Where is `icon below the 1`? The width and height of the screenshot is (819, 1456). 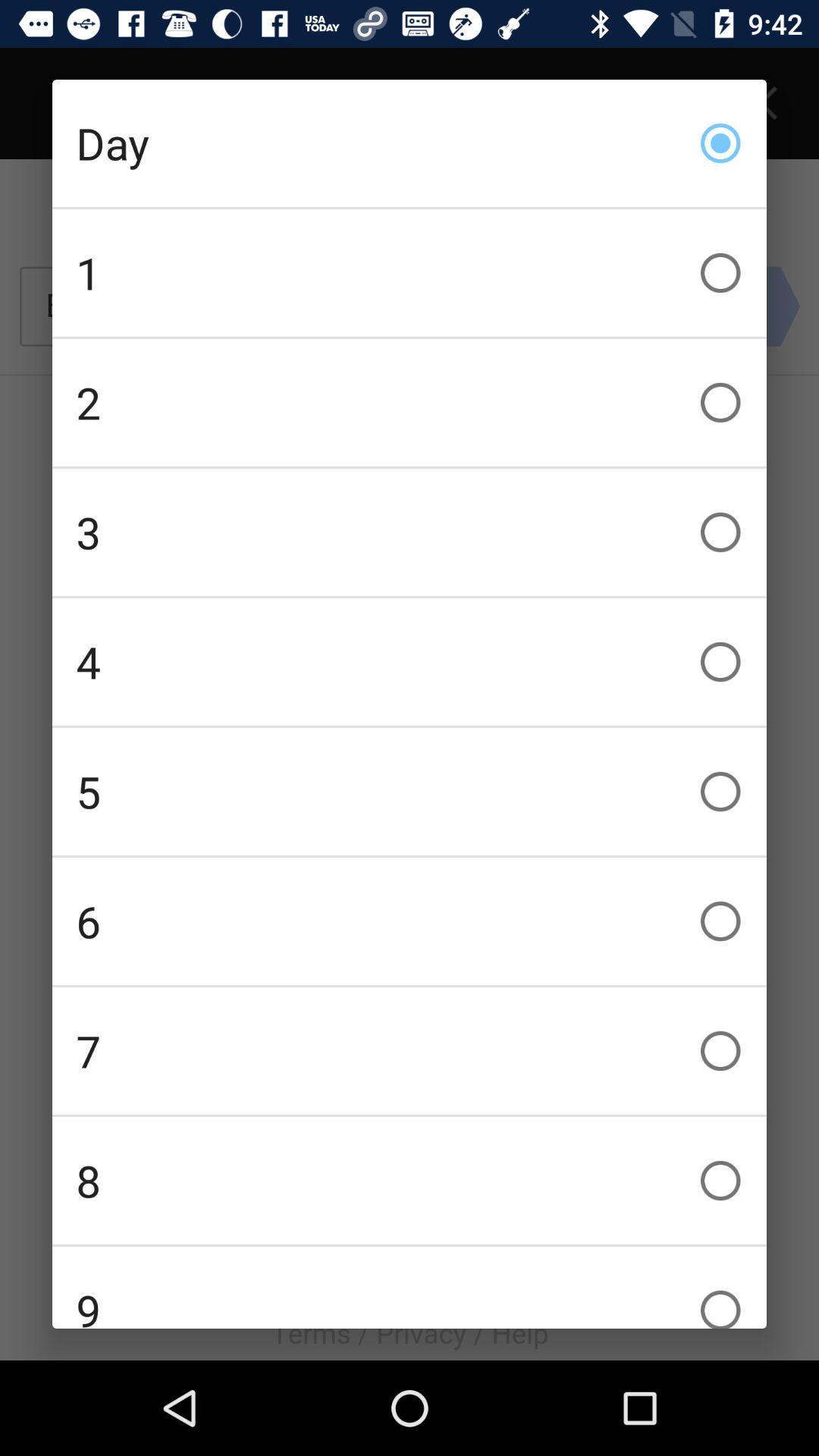
icon below the 1 is located at coordinates (409, 403).